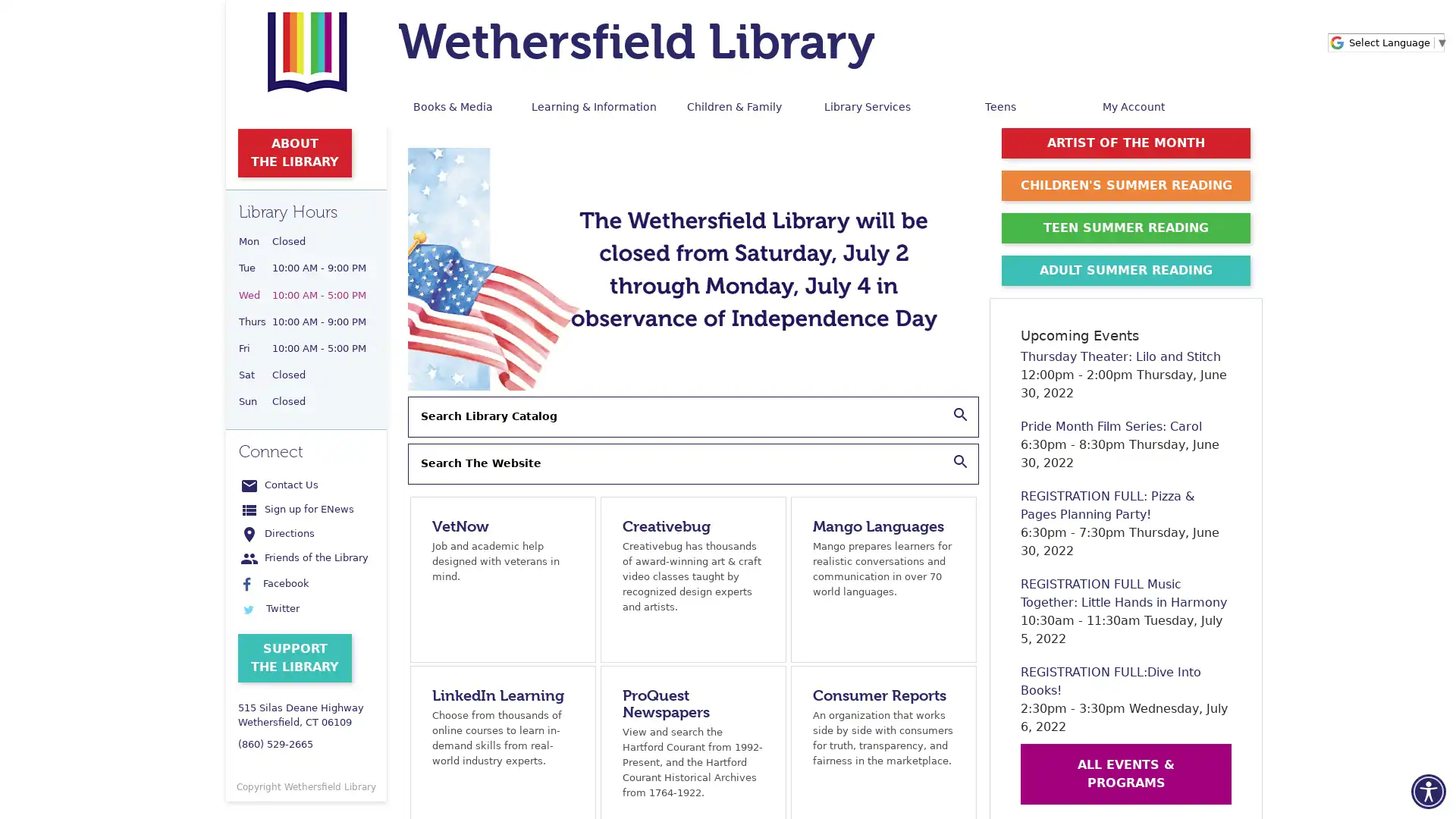 The width and height of the screenshot is (1456, 819). I want to click on Search, so click(960, 460).